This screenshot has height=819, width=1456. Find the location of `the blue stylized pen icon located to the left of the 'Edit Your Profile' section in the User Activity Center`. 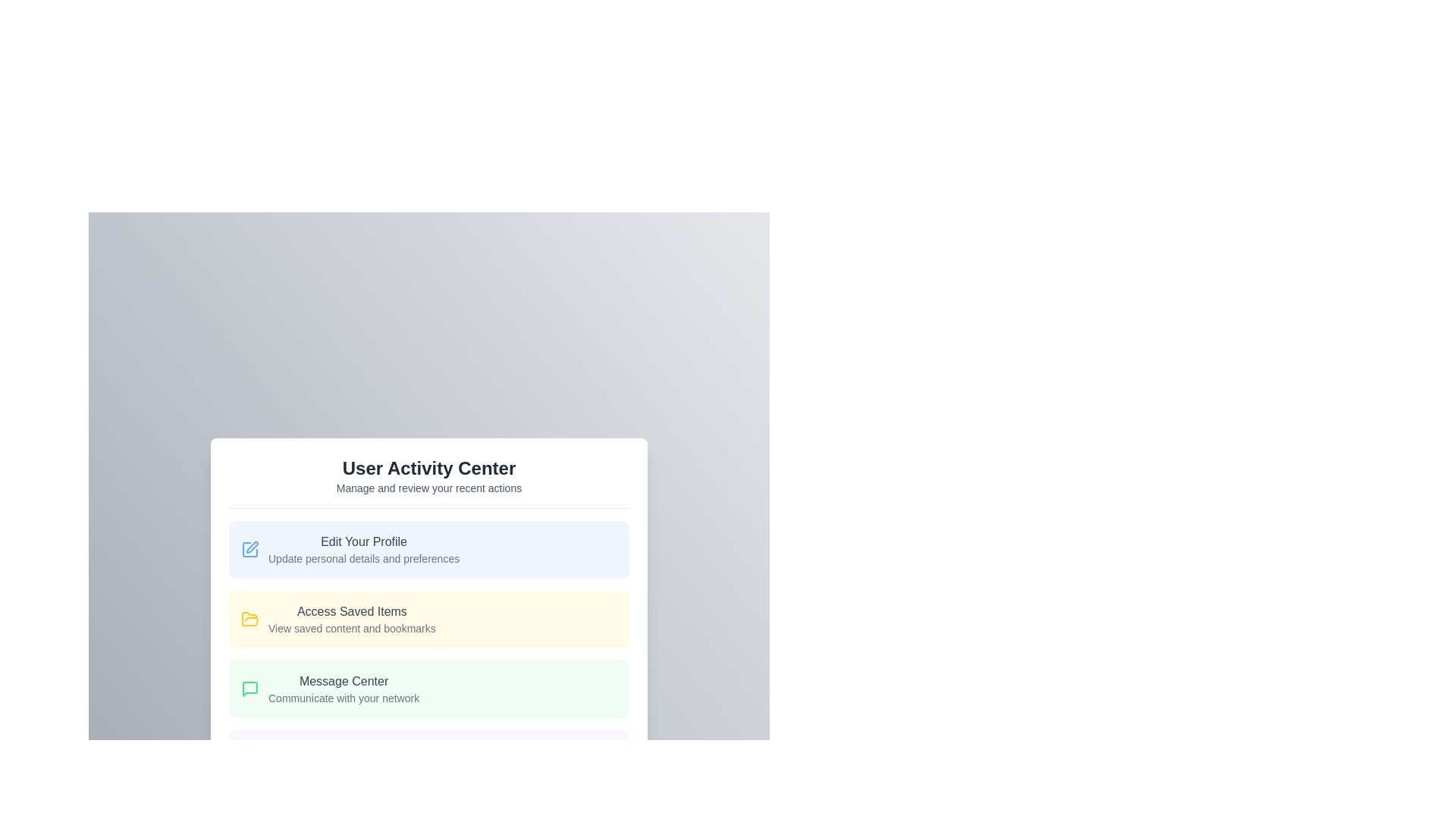

the blue stylized pen icon located to the left of the 'Edit Your Profile' section in the User Activity Center is located at coordinates (250, 549).